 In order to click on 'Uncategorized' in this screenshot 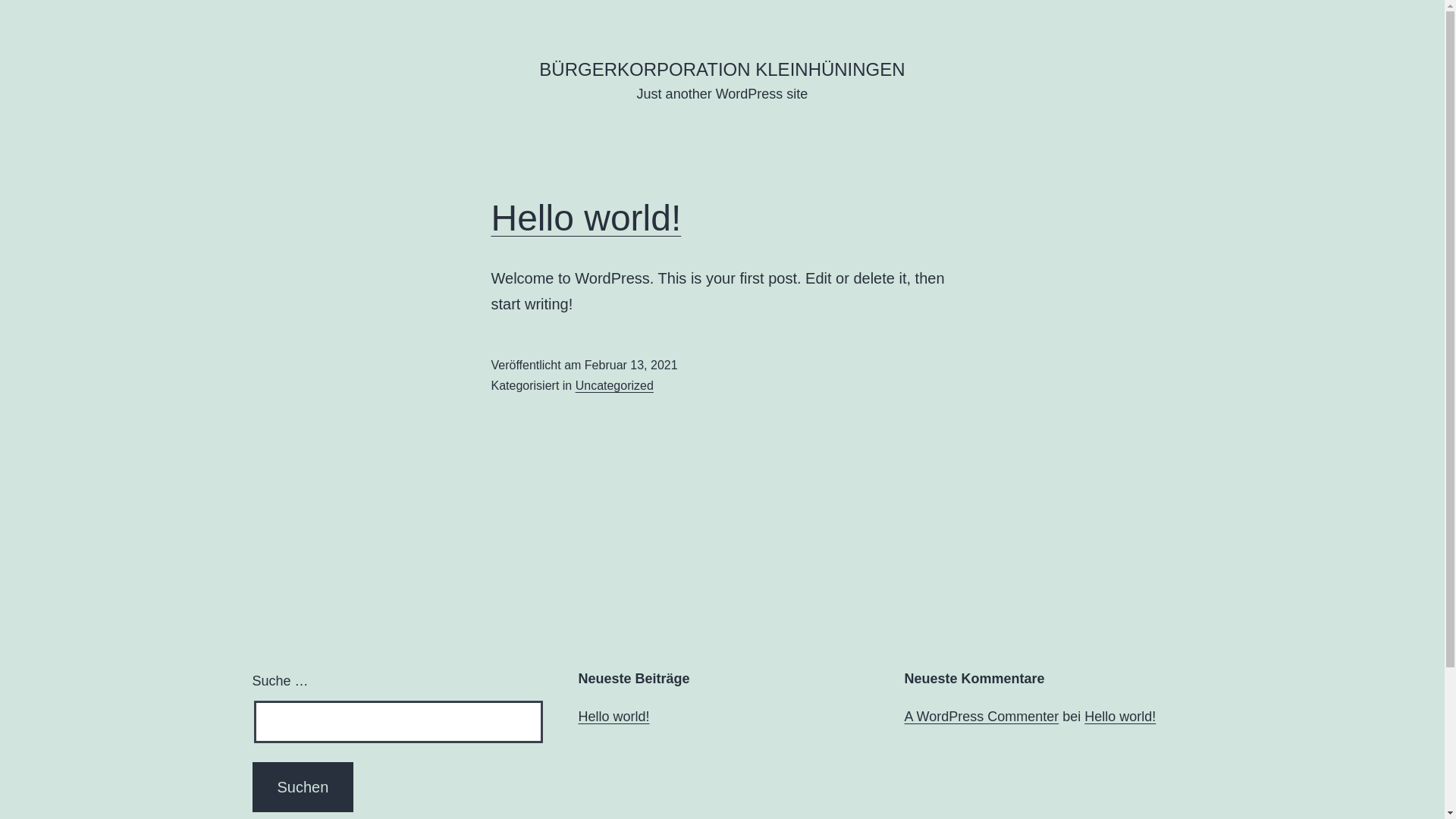, I will do `click(614, 384)`.